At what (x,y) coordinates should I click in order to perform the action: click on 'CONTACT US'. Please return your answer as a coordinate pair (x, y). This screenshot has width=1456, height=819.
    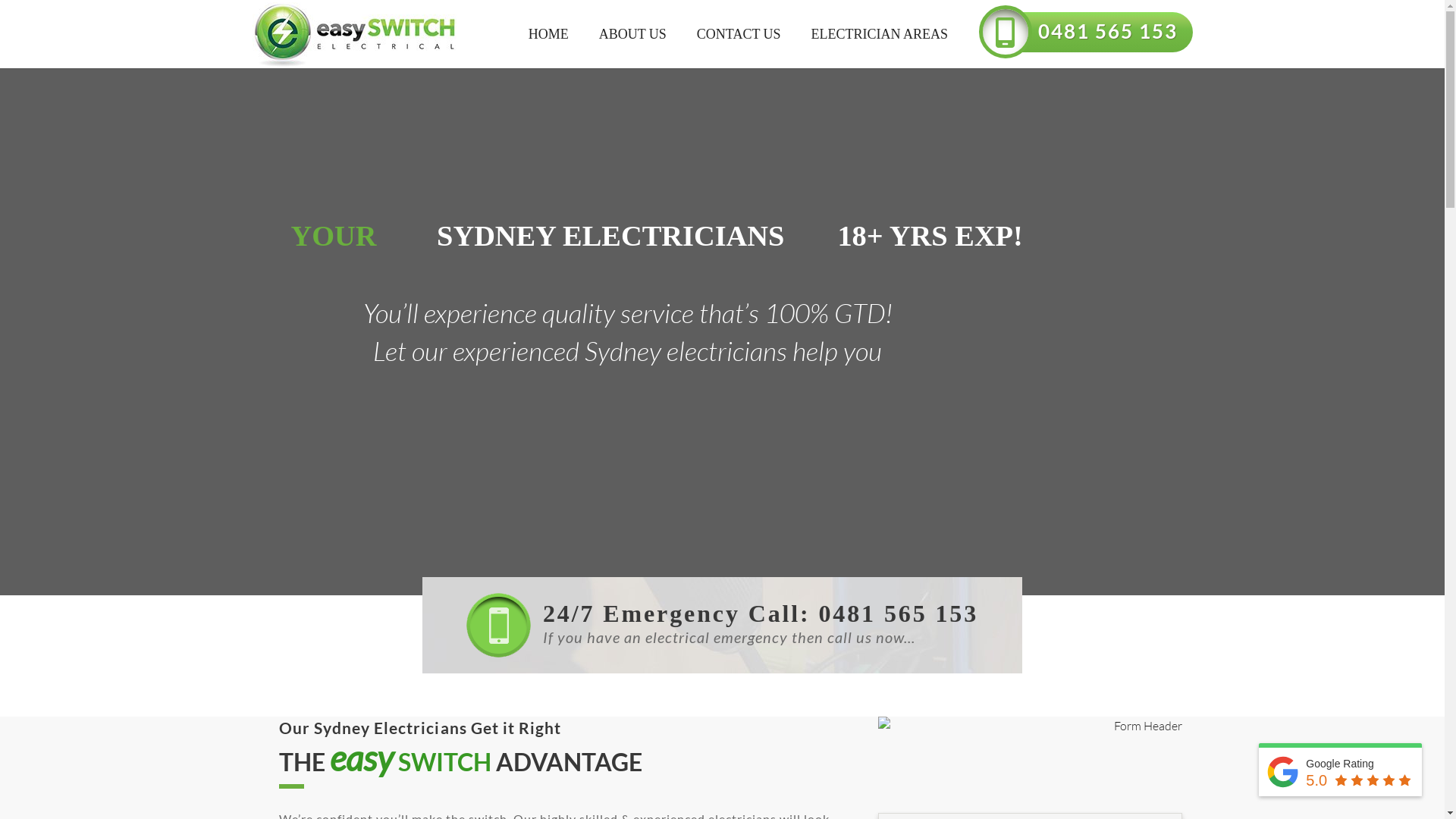
    Looking at the image, I should click on (739, 34).